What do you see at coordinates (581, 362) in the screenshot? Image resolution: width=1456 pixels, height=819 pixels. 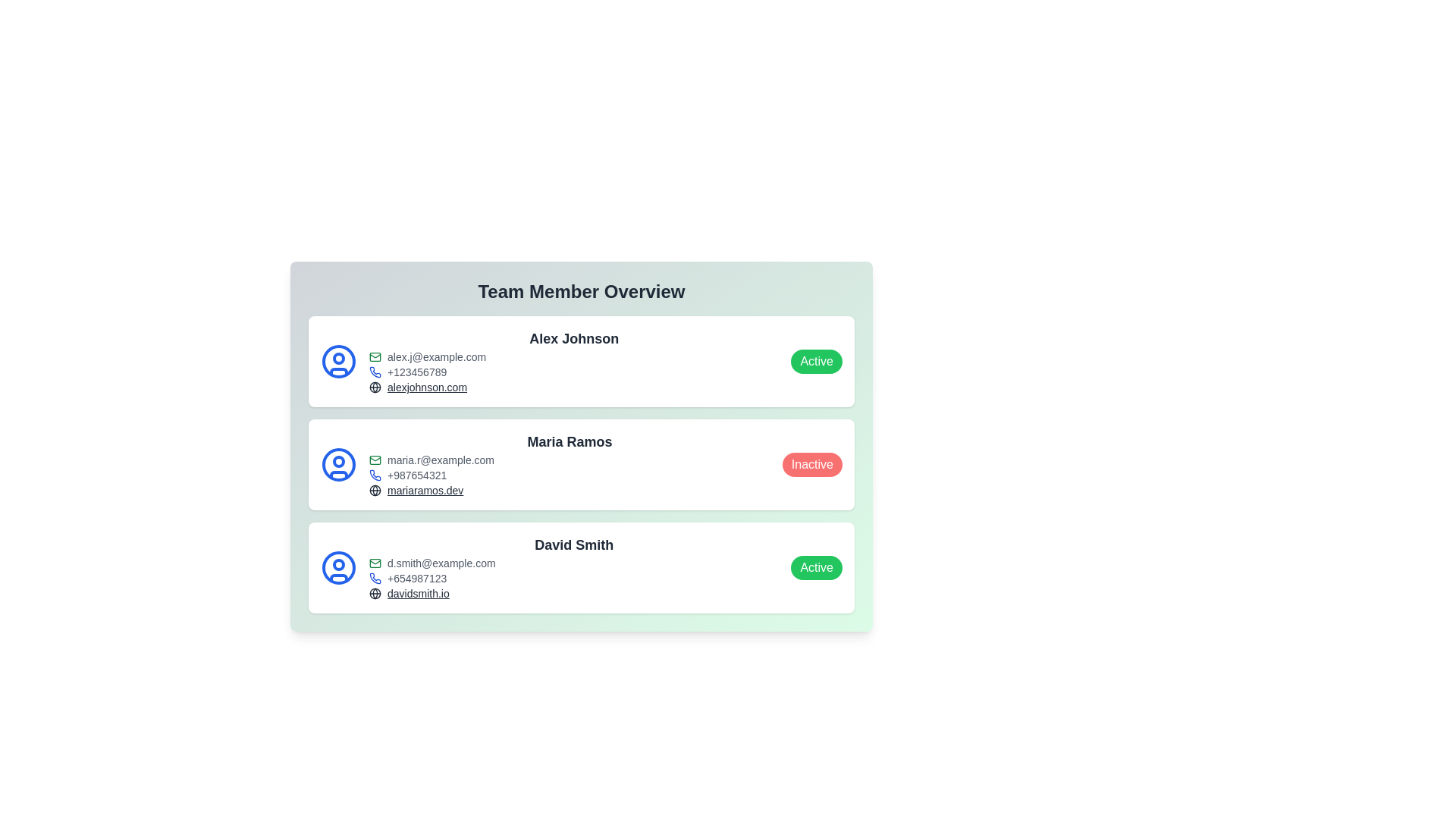 I see `the entry of Alex Johnson to open the context menu` at bounding box center [581, 362].